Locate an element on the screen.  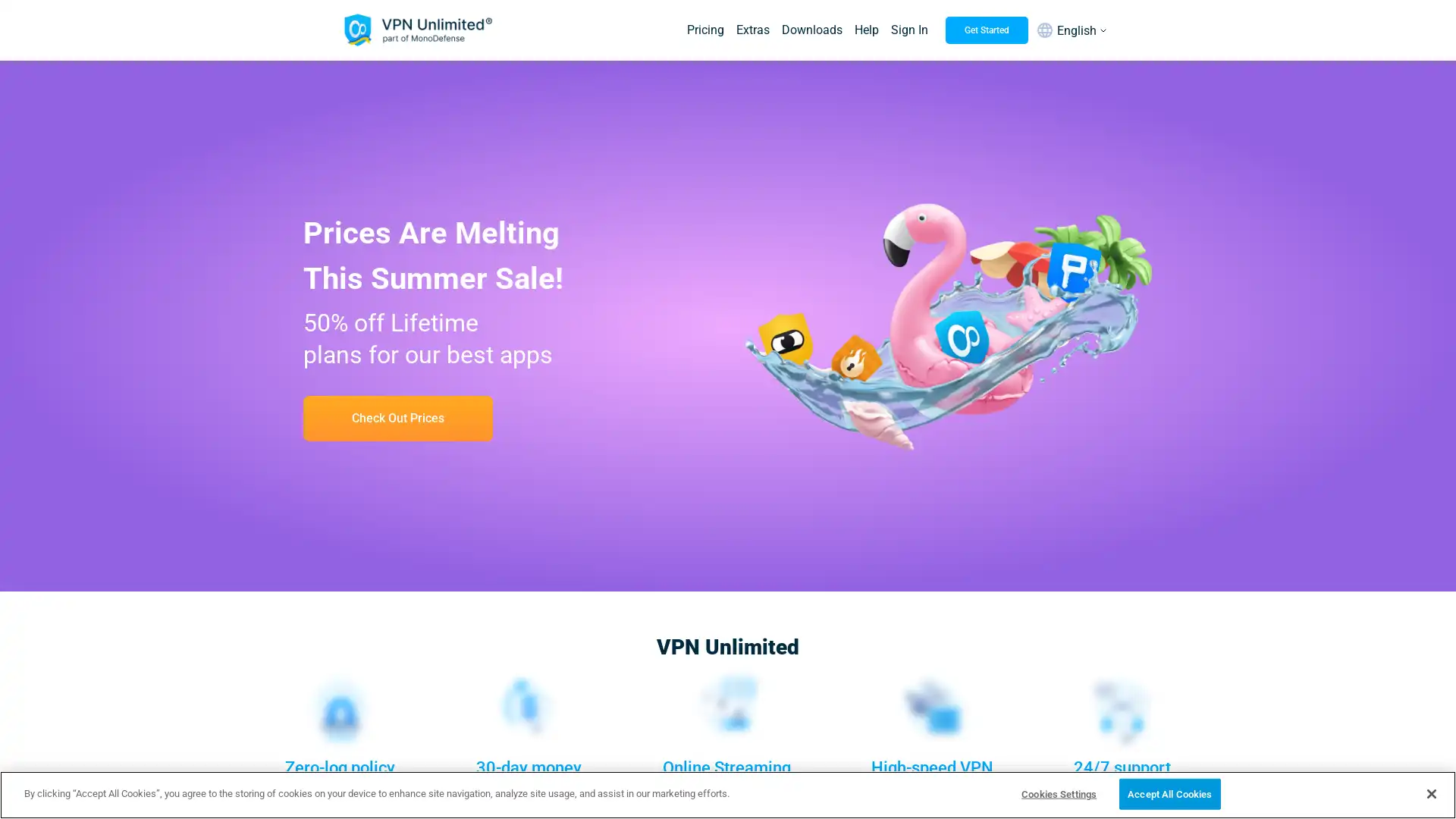
Close is located at coordinates (1430, 792).